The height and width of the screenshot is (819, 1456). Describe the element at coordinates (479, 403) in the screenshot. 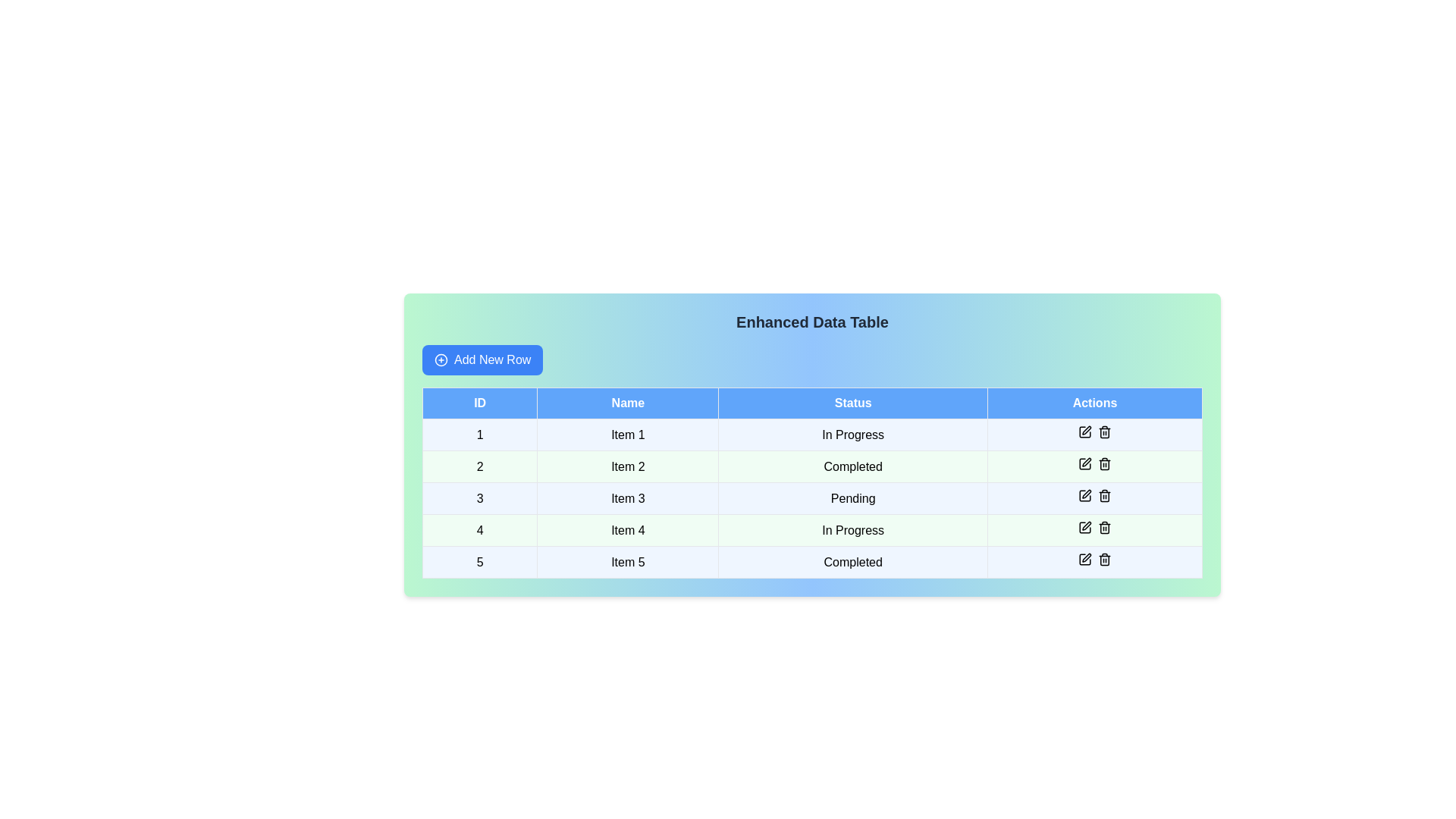

I see `the 'ID' header text label in the table, which has a blue background and white text, positioned at the top left of the table layout` at that location.